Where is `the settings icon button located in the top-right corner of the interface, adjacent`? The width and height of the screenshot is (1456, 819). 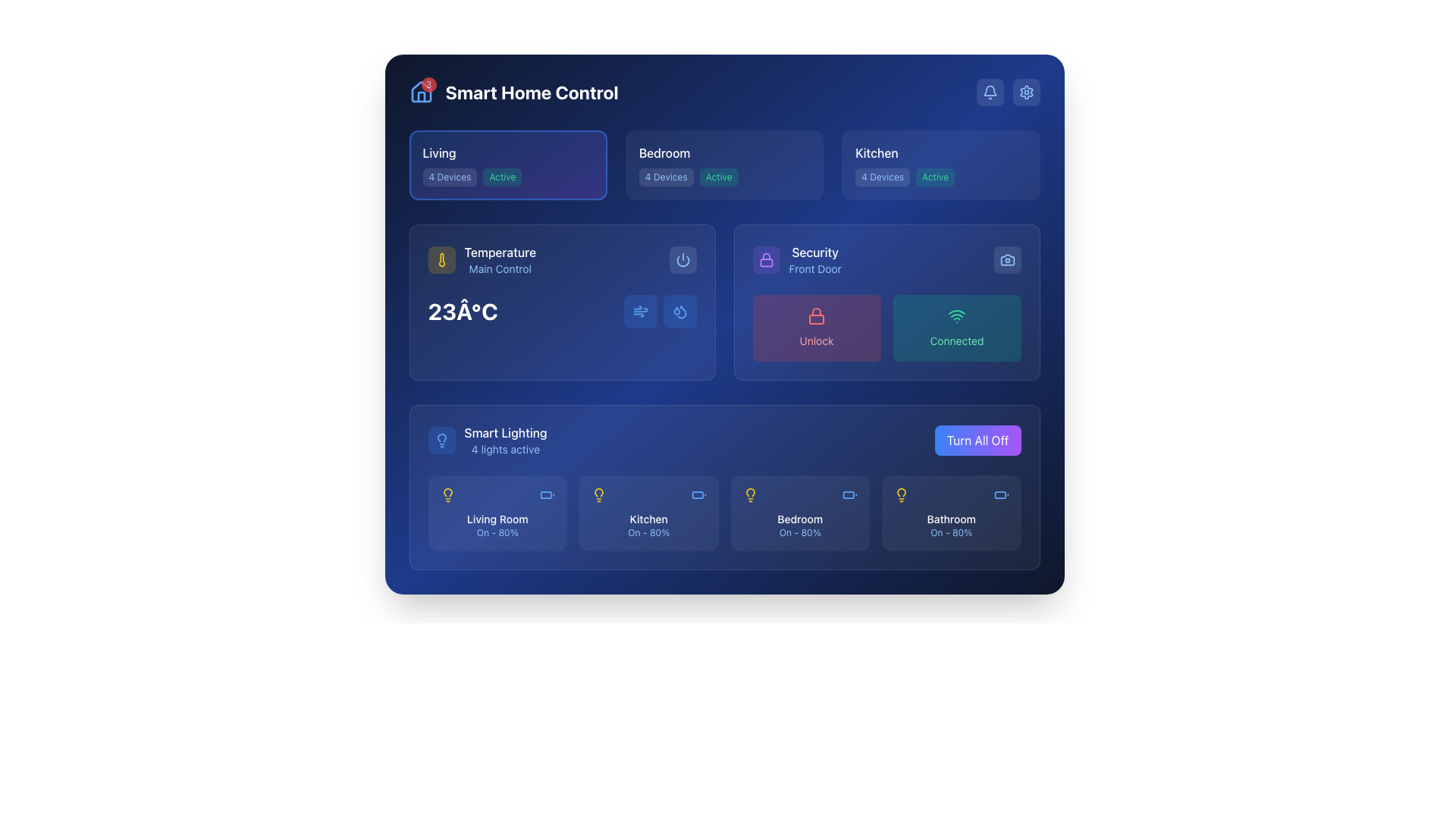
the settings icon button located in the top-right corner of the interface, adjacent is located at coordinates (1026, 93).